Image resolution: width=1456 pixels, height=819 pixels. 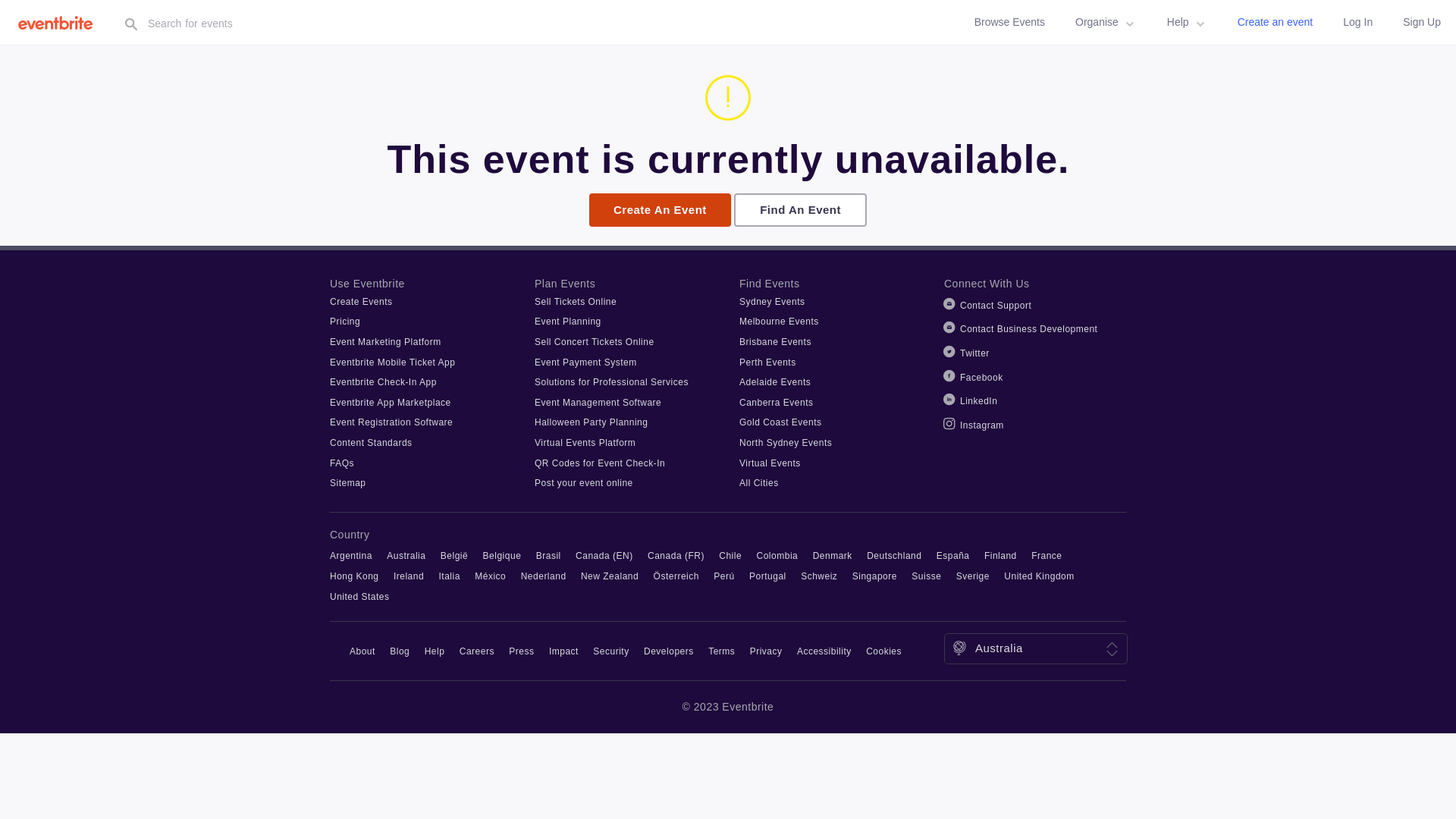 I want to click on 'Twitter', so click(x=974, y=353).